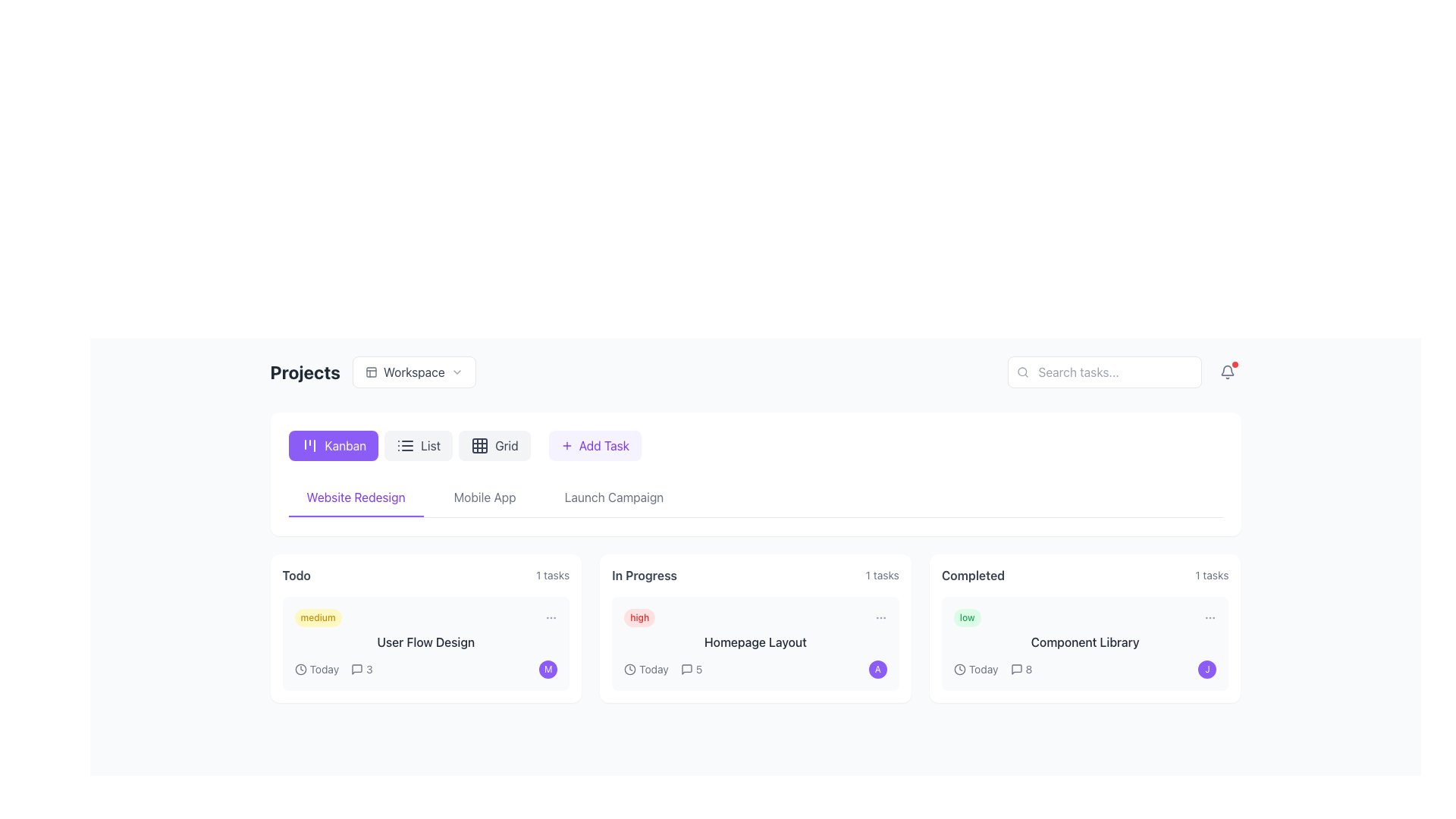 The image size is (1456, 819). What do you see at coordinates (494, 444) in the screenshot?
I see `the 'Grid' button, which is the third button in a horizontal group of three buttons` at bounding box center [494, 444].